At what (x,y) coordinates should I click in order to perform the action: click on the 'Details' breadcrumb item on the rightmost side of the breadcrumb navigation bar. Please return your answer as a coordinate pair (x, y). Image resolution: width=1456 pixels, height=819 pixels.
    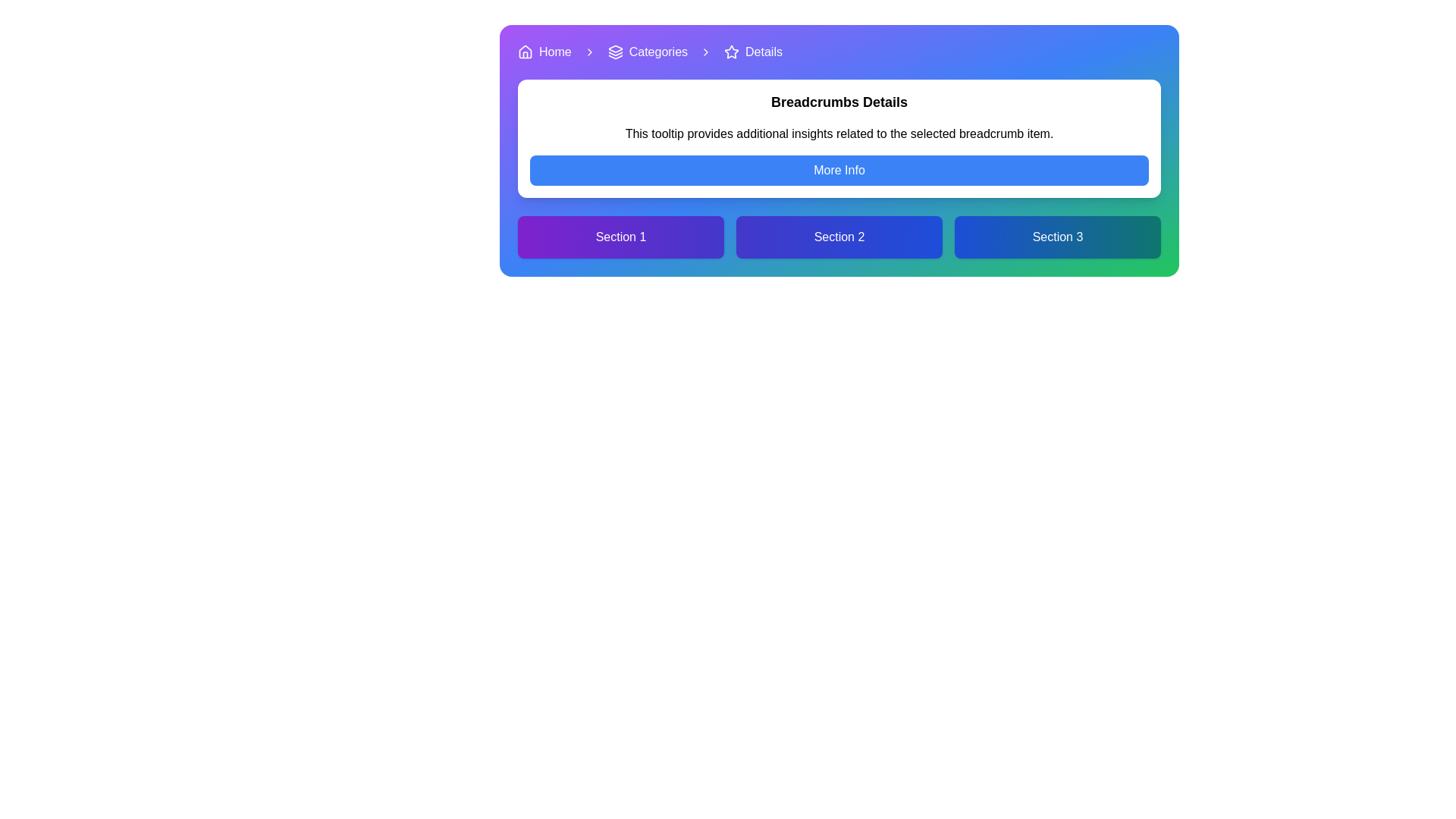
    Looking at the image, I should click on (753, 52).